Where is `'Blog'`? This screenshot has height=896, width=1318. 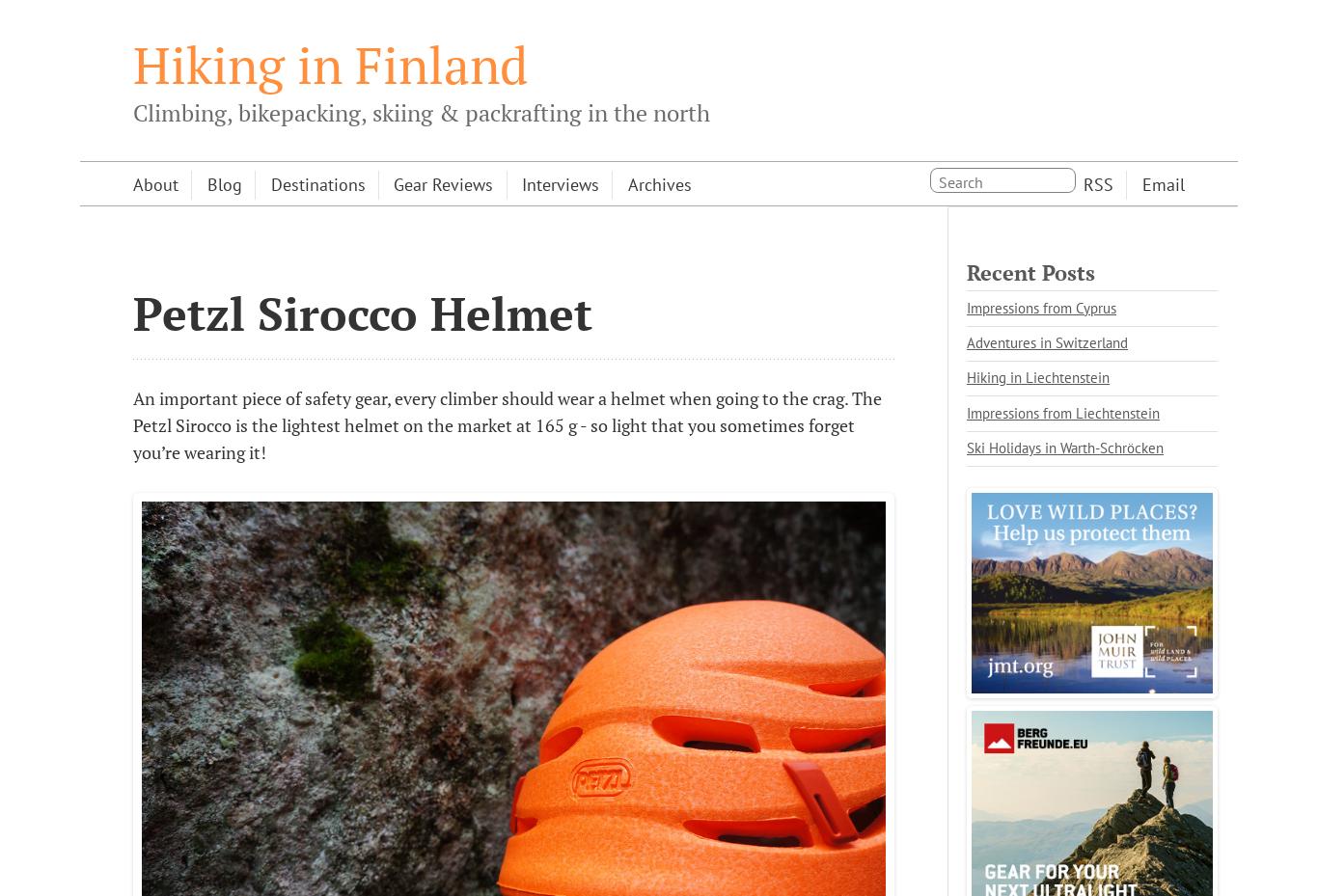 'Blog' is located at coordinates (206, 183).